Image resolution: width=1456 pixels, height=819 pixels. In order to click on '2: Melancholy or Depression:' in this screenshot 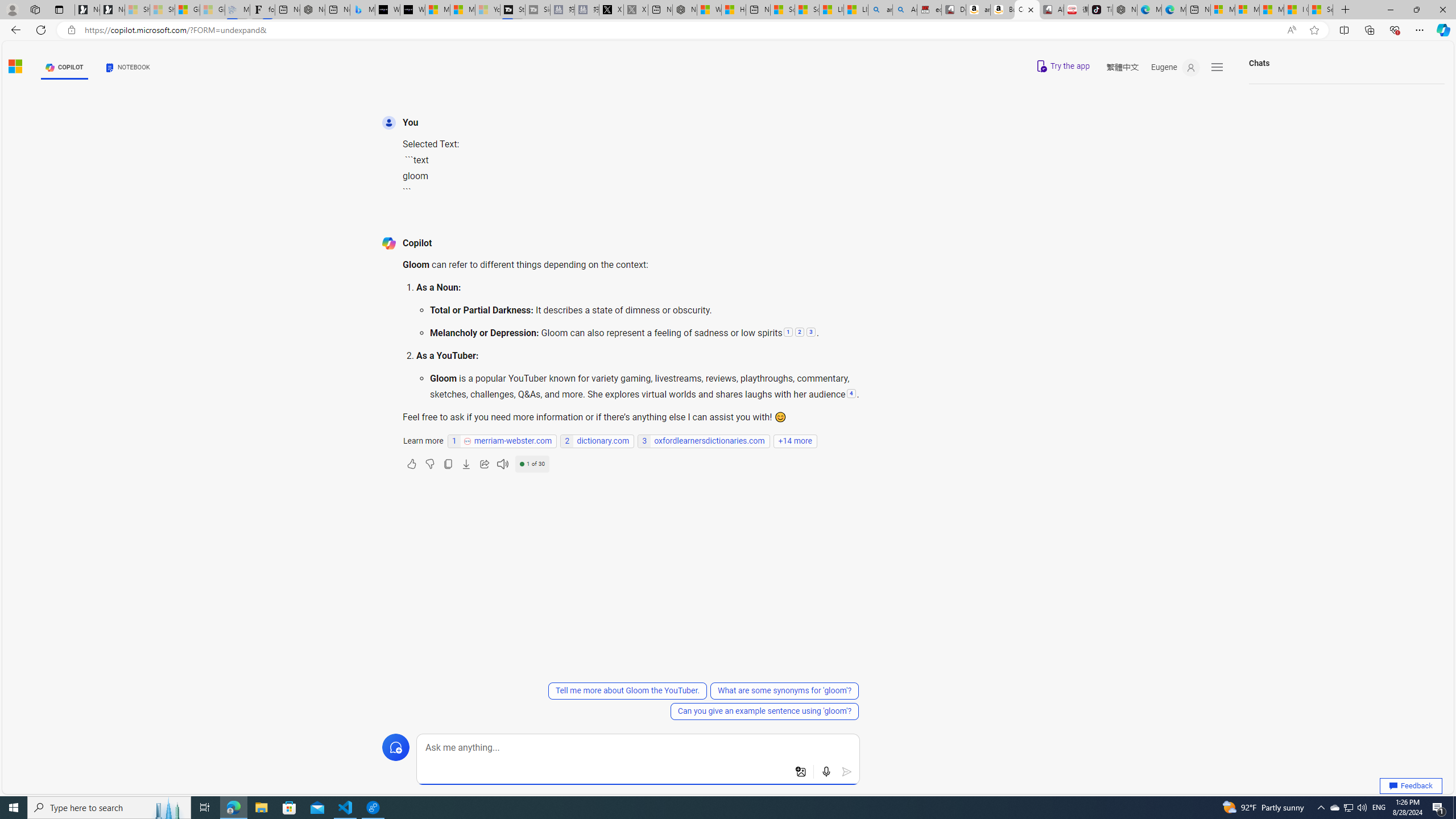, I will do `click(799, 333)`.